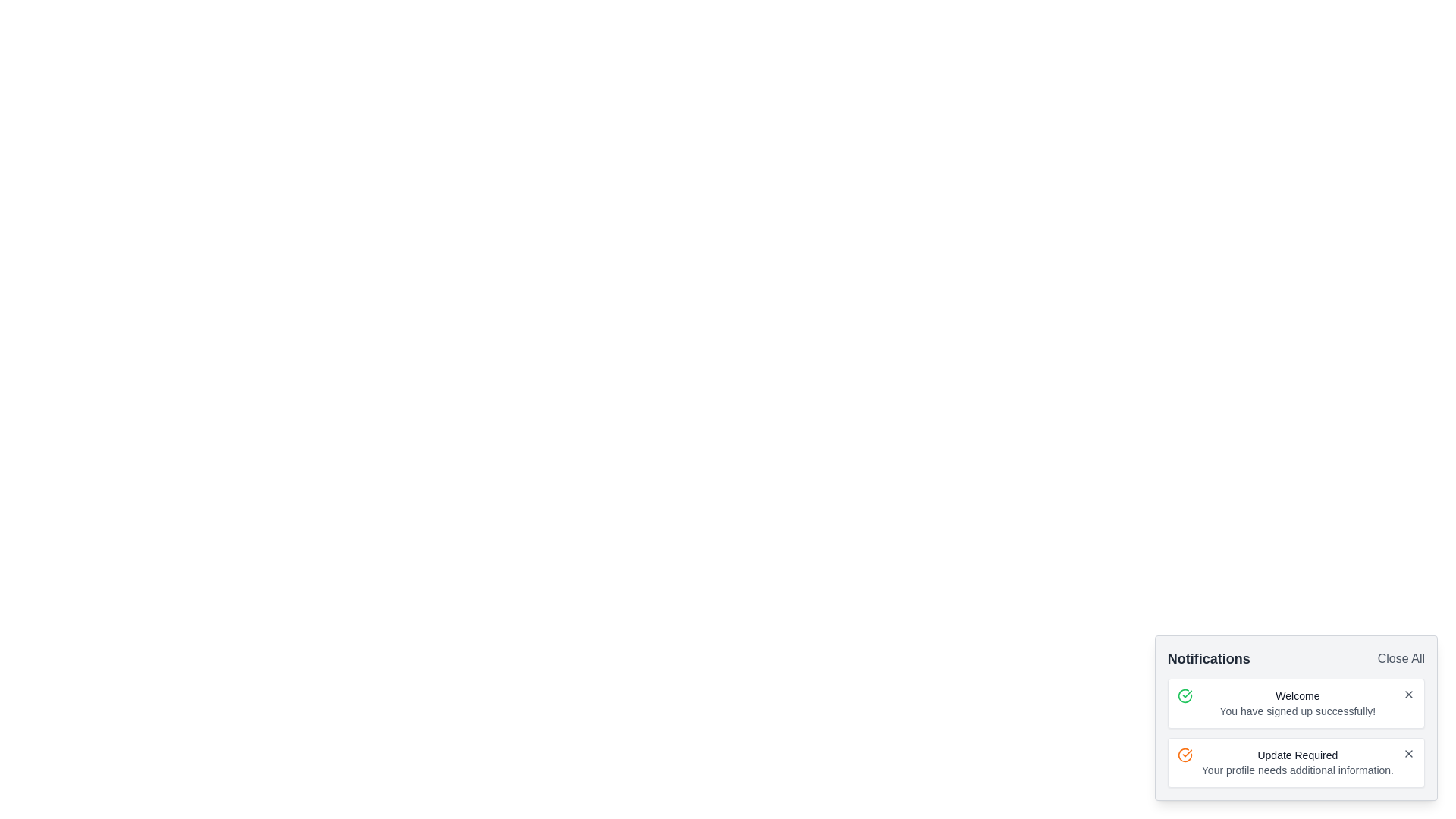  I want to click on the text label displaying 'Your profile needs additional information.' located below the title in the notification card labeled 'Update Required.', so click(1297, 770).